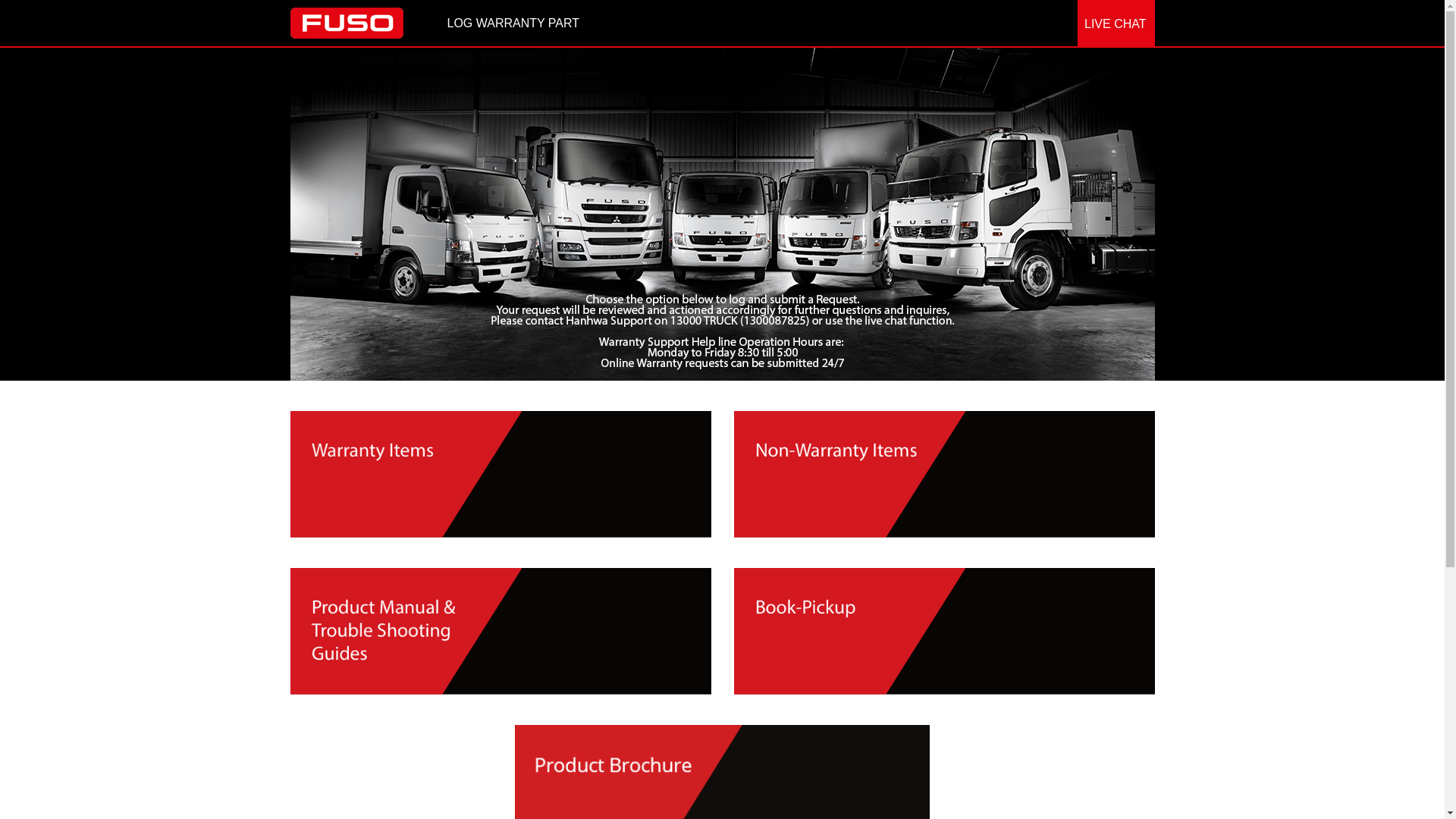 This screenshot has height=819, width=1456. What do you see at coordinates (1116, 24) in the screenshot?
I see `'LIVE CHAT'` at bounding box center [1116, 24].